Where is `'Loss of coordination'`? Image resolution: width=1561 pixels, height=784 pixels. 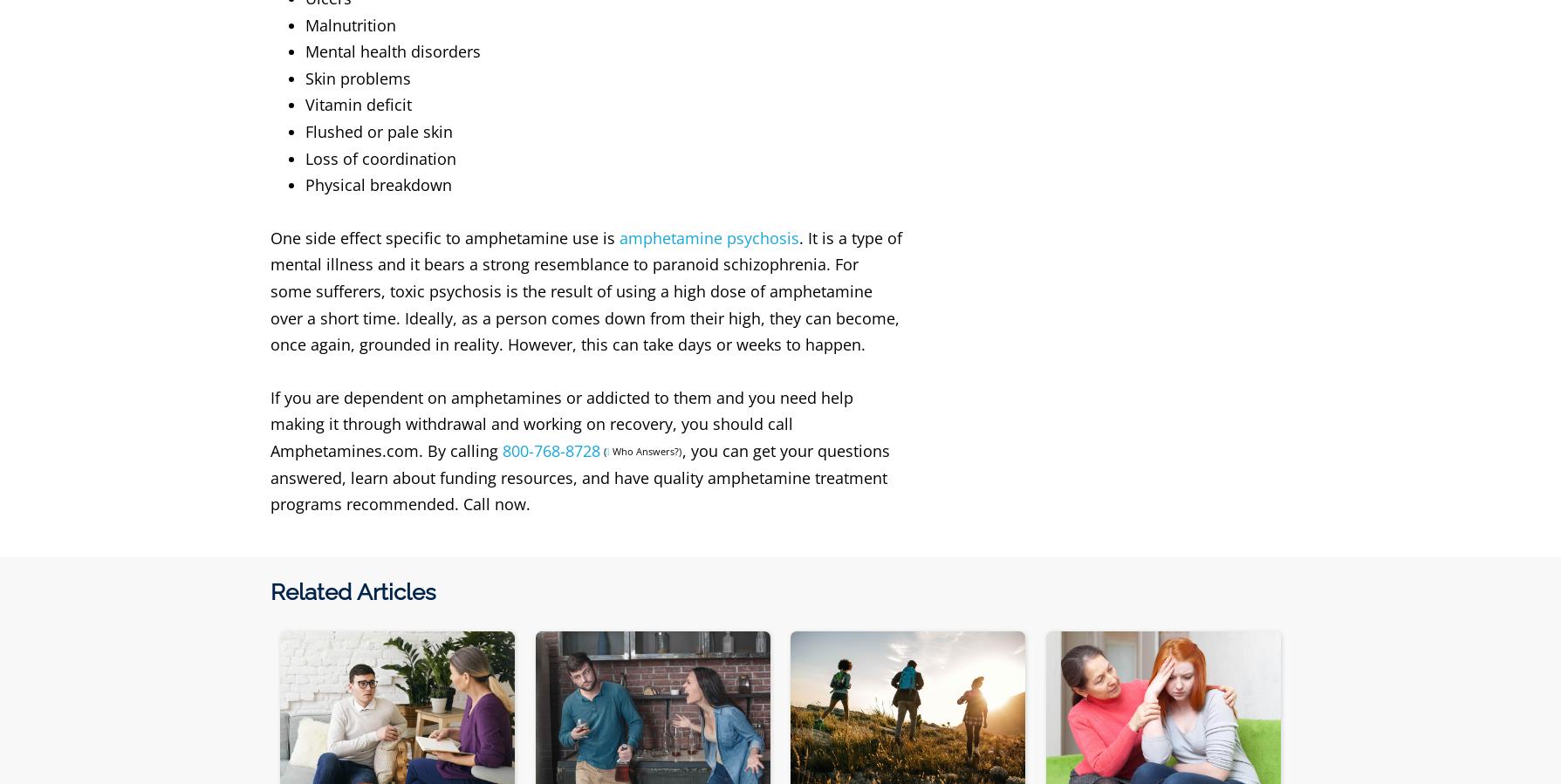 'Loss of coordination' is located at coordinates (379, 157).